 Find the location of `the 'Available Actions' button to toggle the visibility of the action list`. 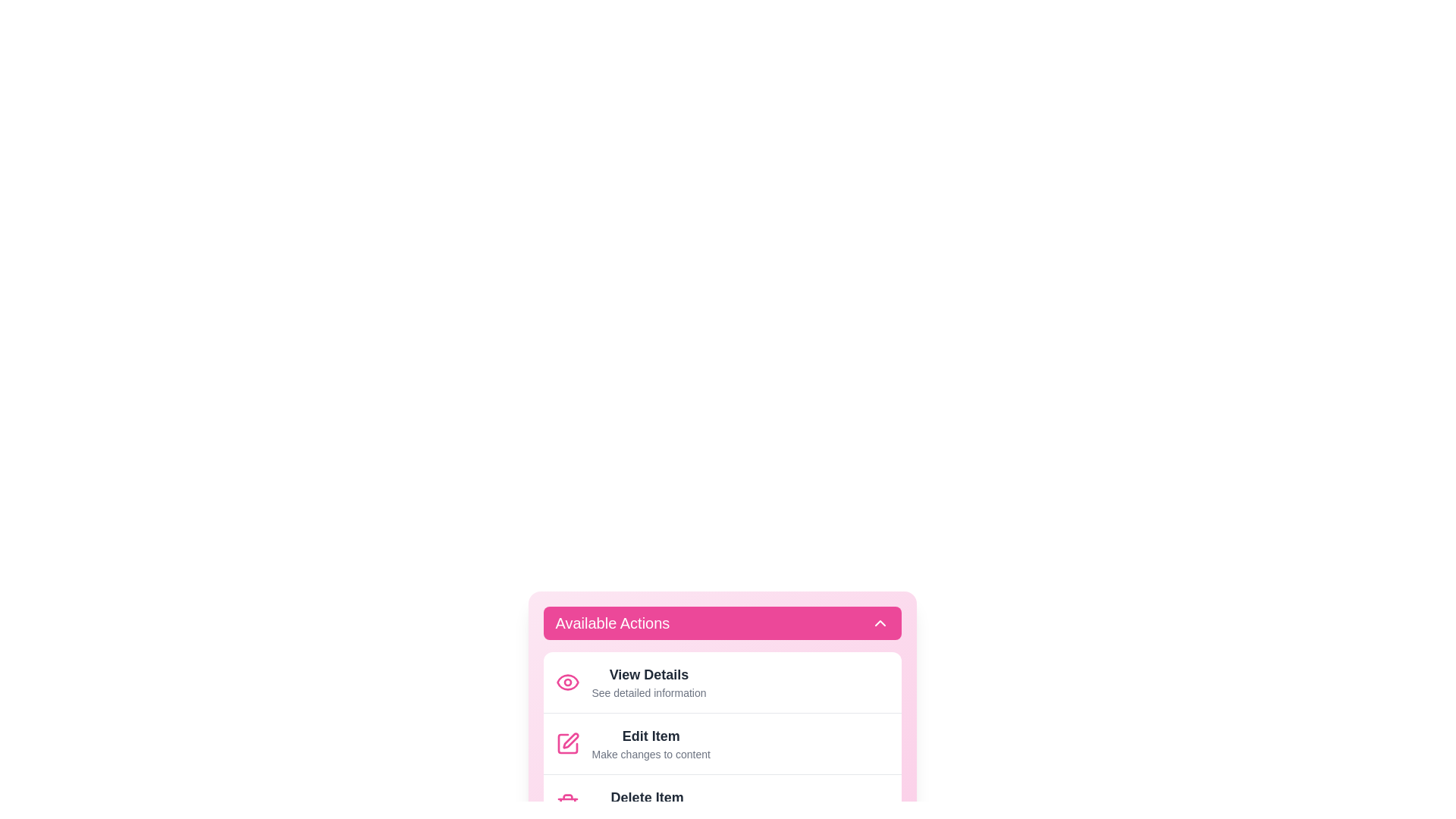

the 'Available Actions' button to toggle the visibility of the action list is located at coordinates (721, 623).